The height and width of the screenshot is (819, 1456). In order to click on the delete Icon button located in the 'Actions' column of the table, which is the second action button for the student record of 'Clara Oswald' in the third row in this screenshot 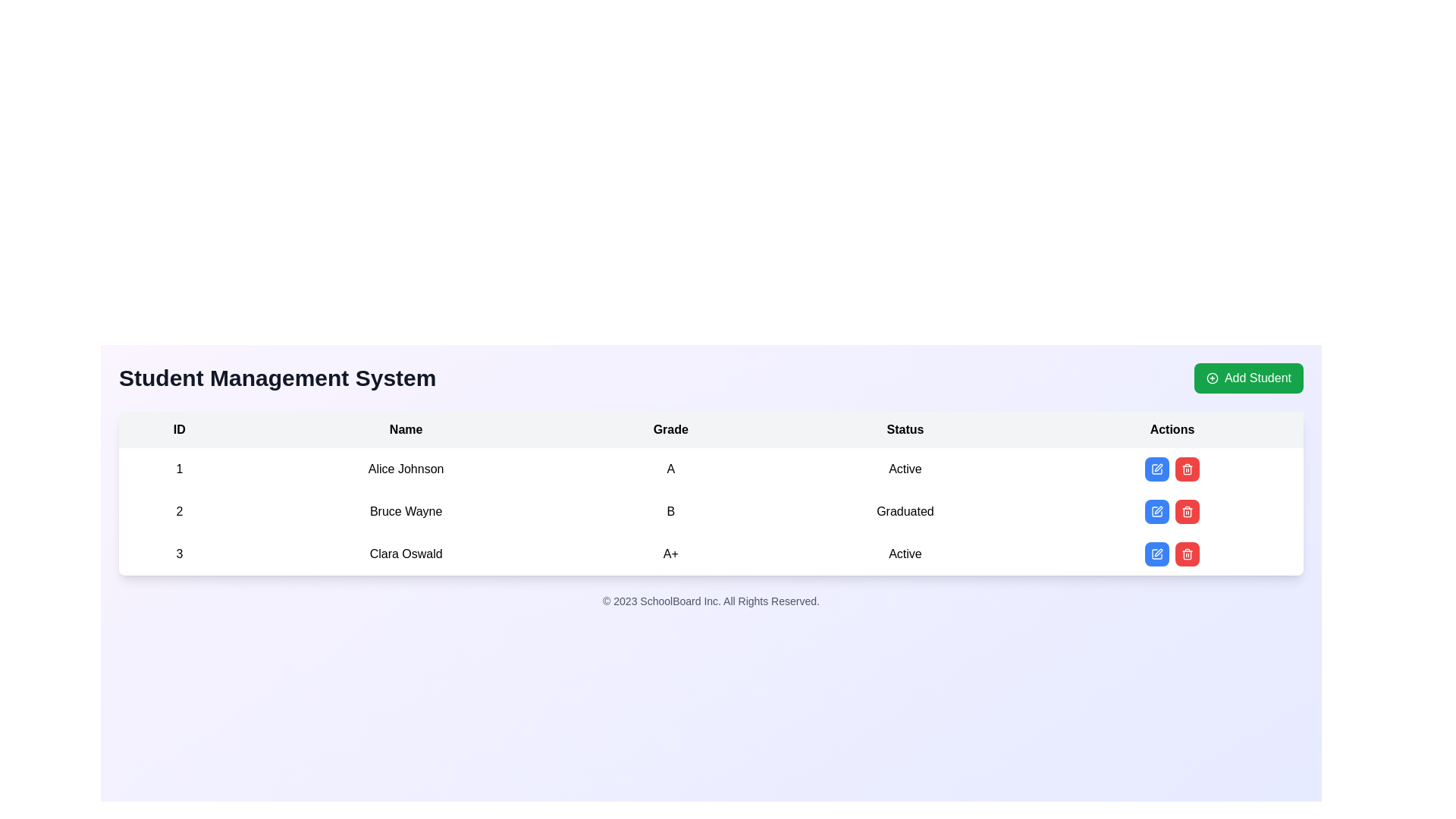, I will do `click(1186, 554)`.